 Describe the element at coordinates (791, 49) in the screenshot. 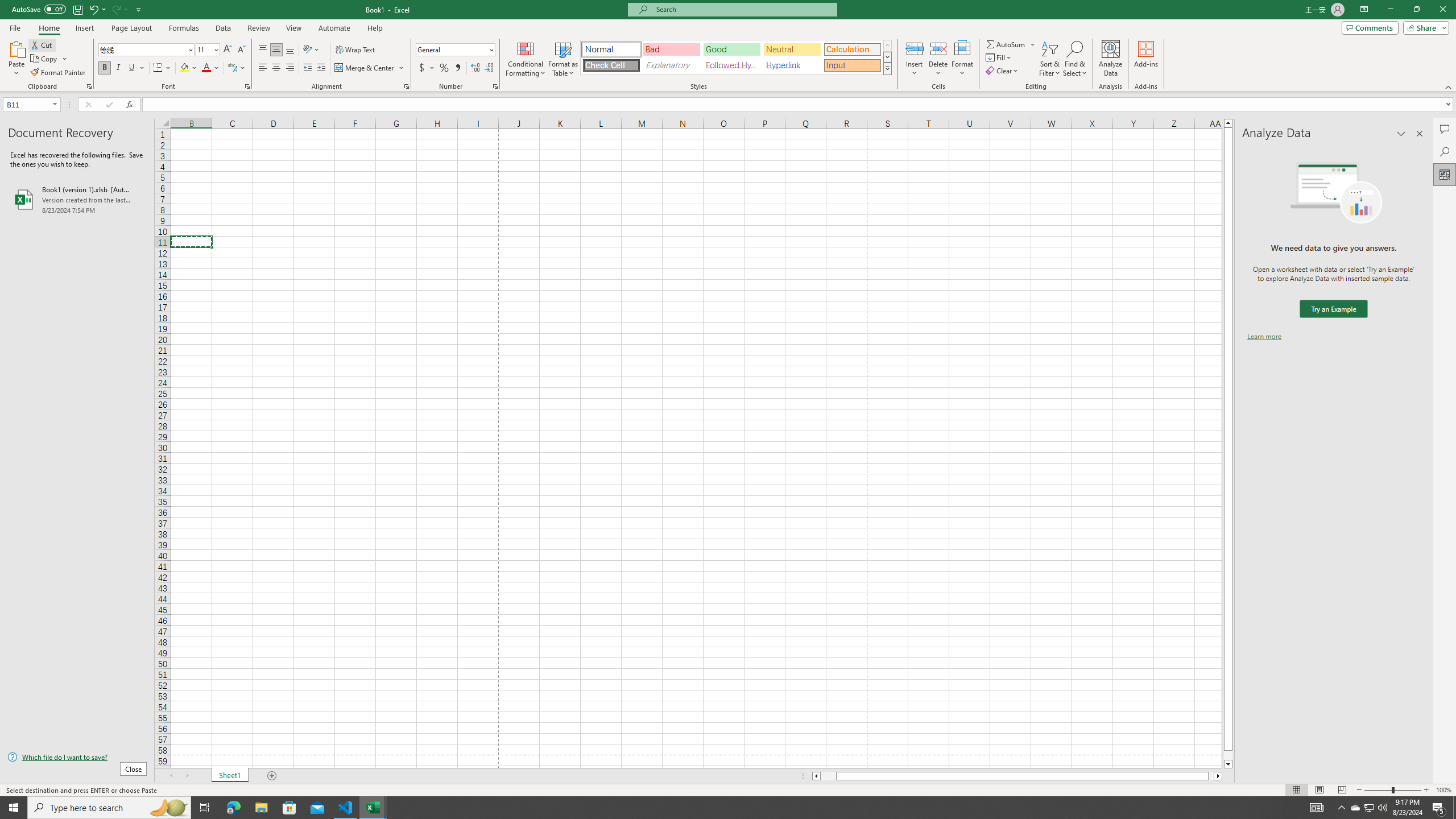

I see `'Neutral'` at that location.